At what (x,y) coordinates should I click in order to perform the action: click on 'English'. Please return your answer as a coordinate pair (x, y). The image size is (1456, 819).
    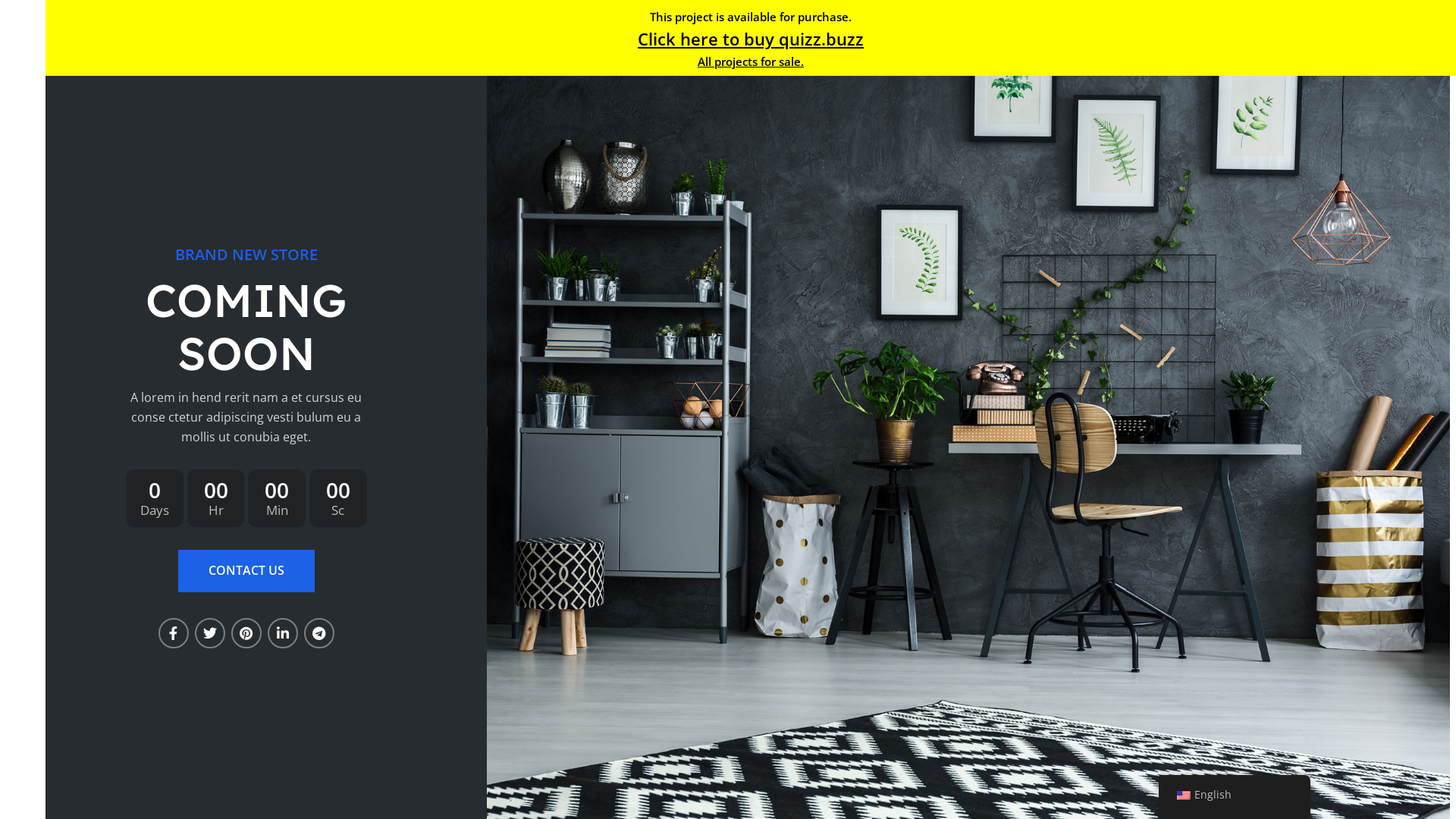
    Looking at the image, I should click on (1175, 795).